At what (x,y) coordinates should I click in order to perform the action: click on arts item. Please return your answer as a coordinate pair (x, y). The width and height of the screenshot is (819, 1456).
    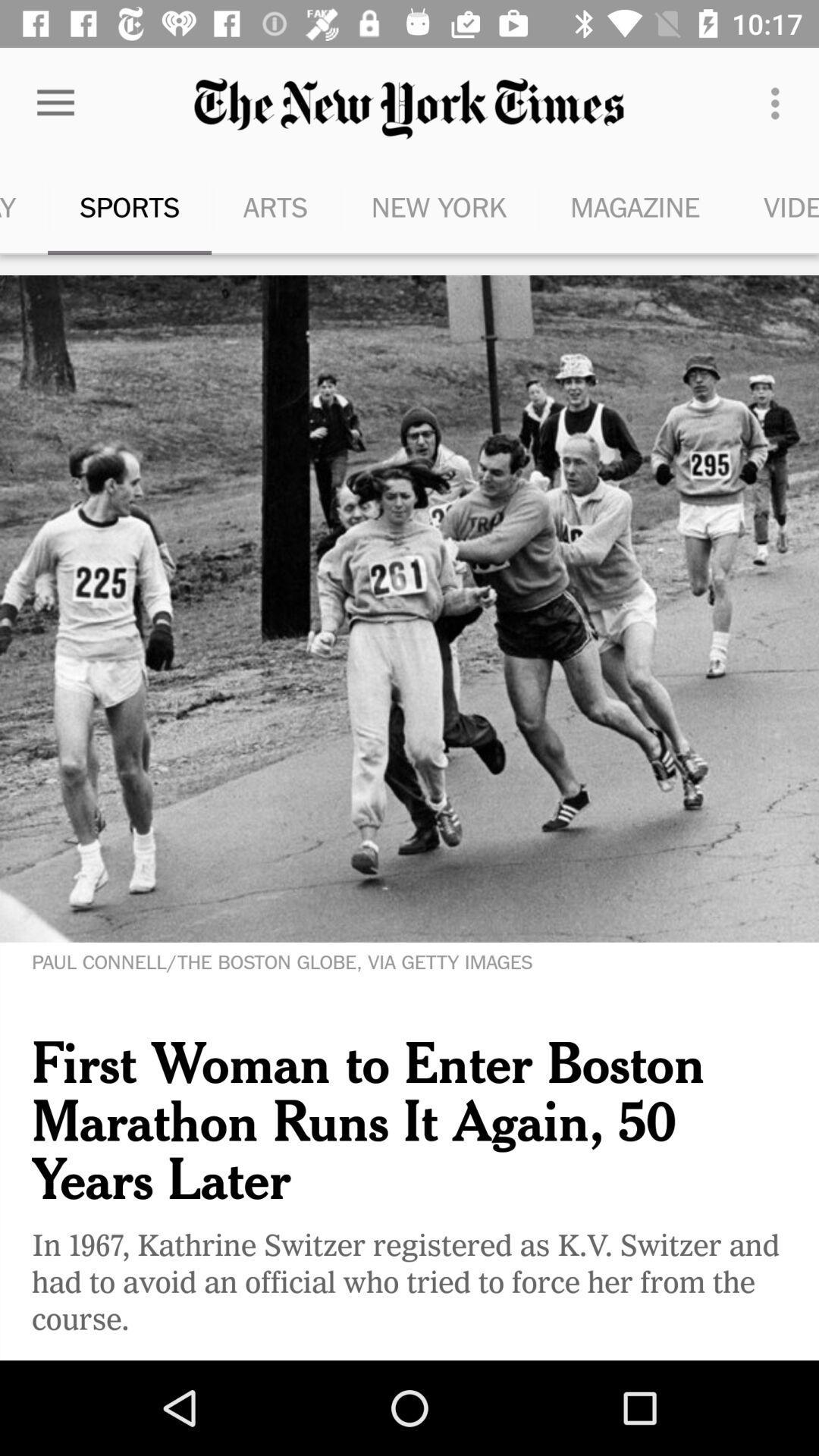
    Looking at the image, I should click on (275, 206).